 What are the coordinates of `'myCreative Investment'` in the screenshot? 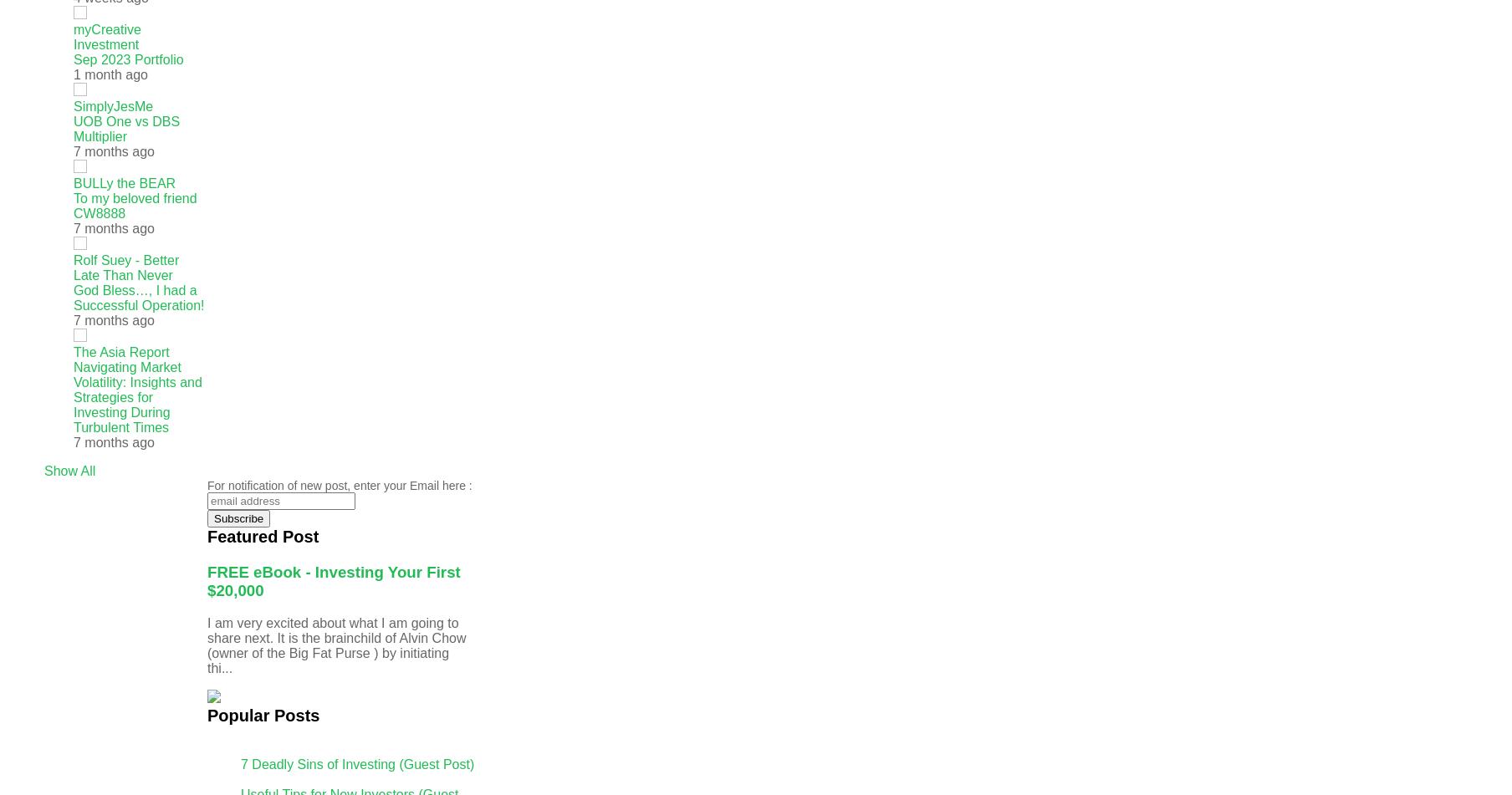 It's located at (106, 37).